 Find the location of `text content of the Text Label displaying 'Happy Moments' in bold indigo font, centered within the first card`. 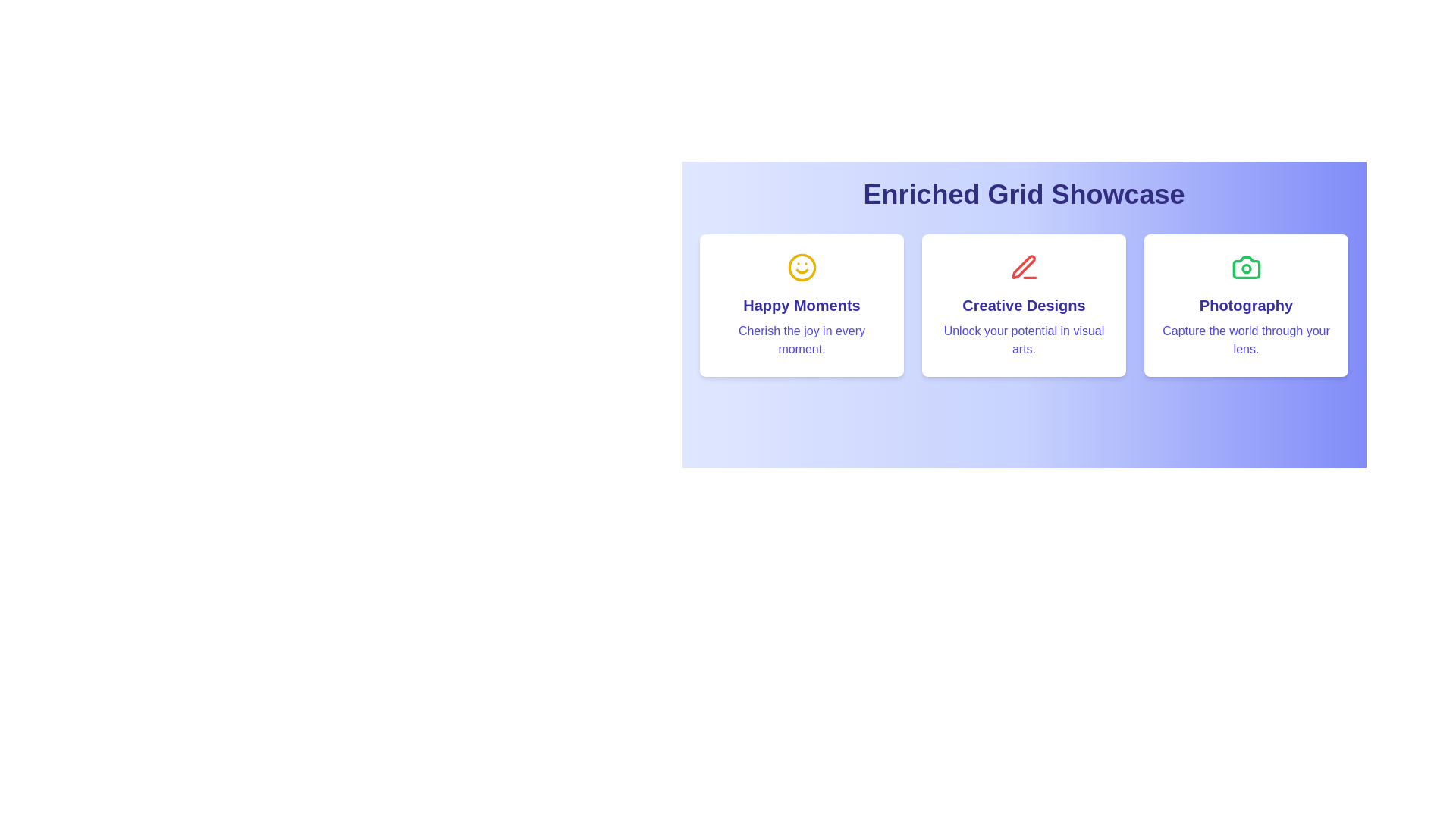

text content of the Text Label displaying 'Happy Moments' in bold indigo font, centered within the first card is located at coordinates (801, 305).